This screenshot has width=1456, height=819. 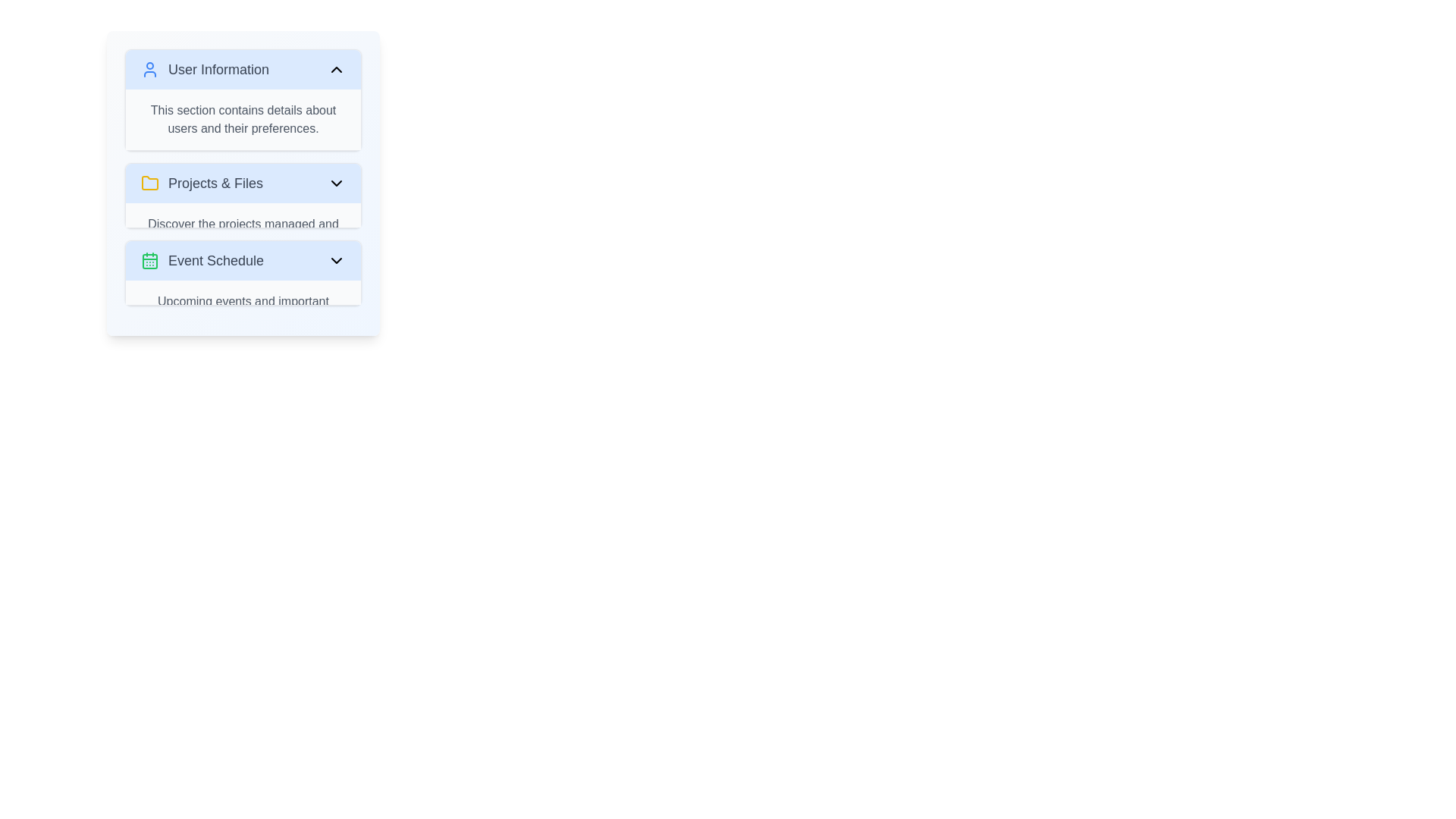 What do you see at coordinates (215, 183) in the screenshot?
I see `text content of the label that displays 'Projects & Files', which is styled with a medium-sized gray font and located next to a yellow folder icon in the sidebar` at bounding box center [215, 183].